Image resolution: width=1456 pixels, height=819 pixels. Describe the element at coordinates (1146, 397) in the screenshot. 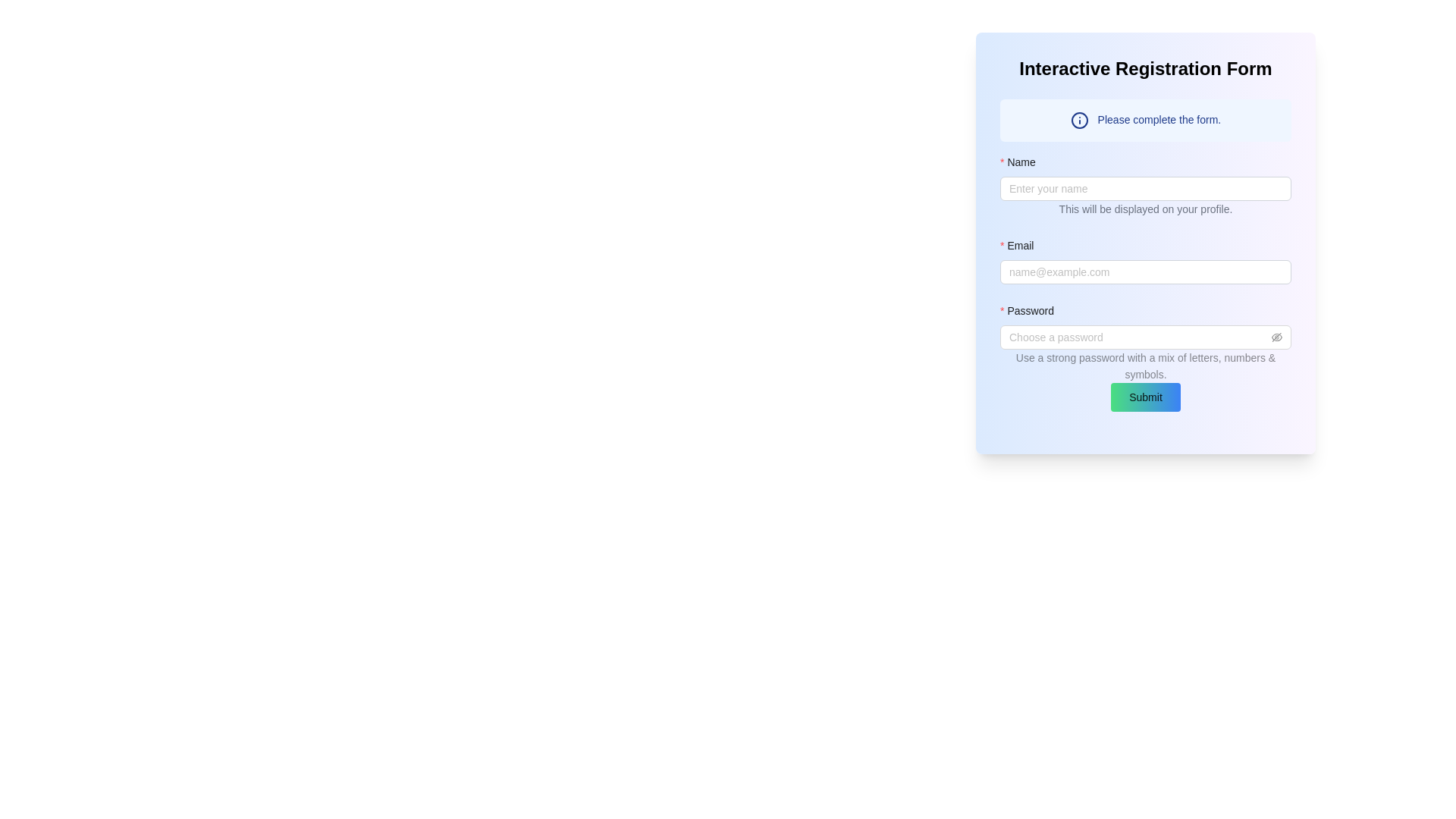

I see `the submit button located at the bottom of the registration form to interact with it` at that location.